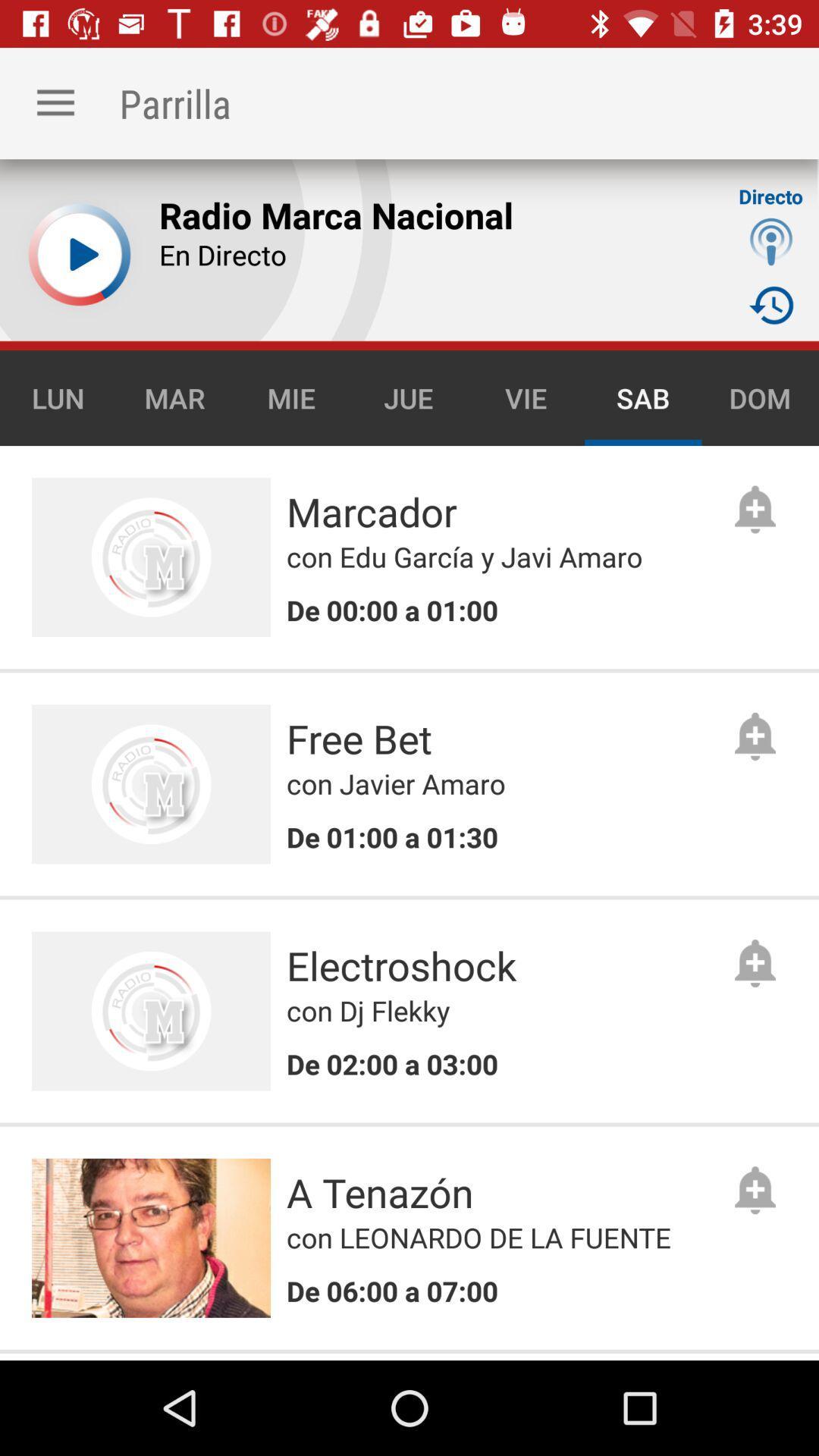  Describe the element at coordinates (771, 304) in the screenshot. I see `the history icon` at that location.